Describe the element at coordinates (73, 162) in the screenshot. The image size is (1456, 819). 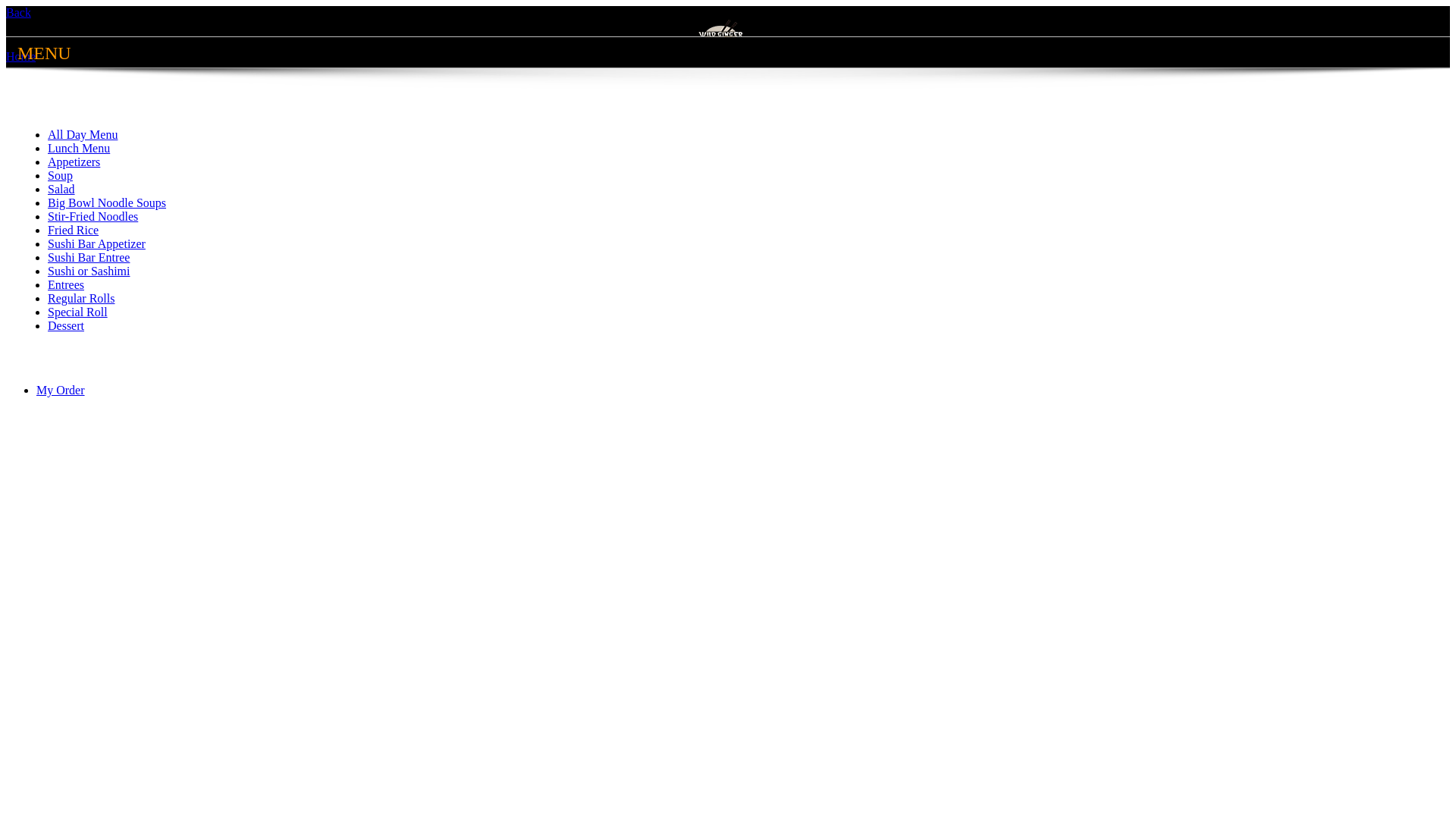
I see `'Appetizers'` at that location.